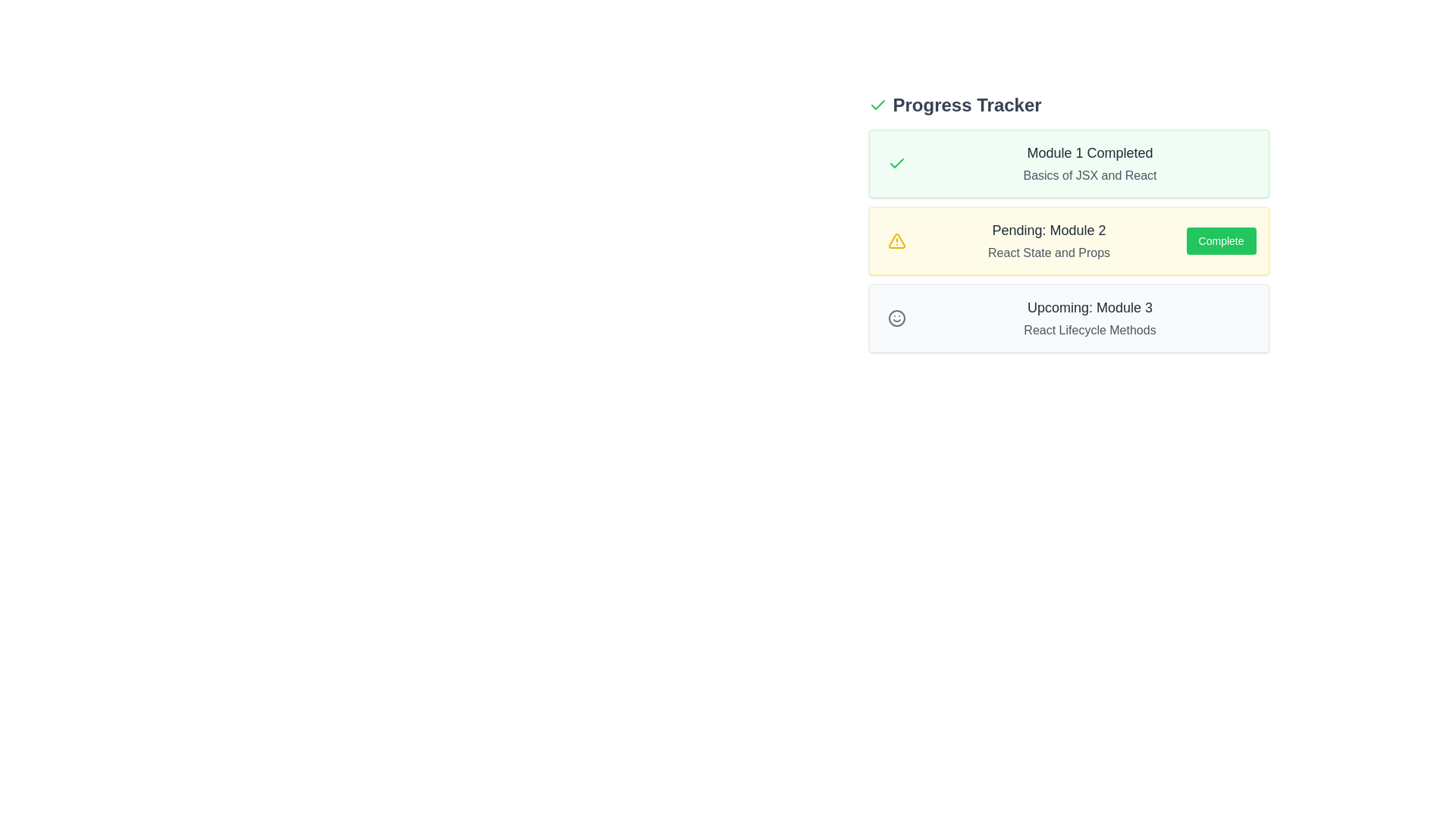 This screenshot has height=819, width=1456. What do you see at coordinates (896, 240) in the screenshot?
I see `the triangular warning icon with a yellow border and an exclamation mark, located inside the 'Pending: Module 2' card in the progress tracker interface` at bounding box center [896, 240].